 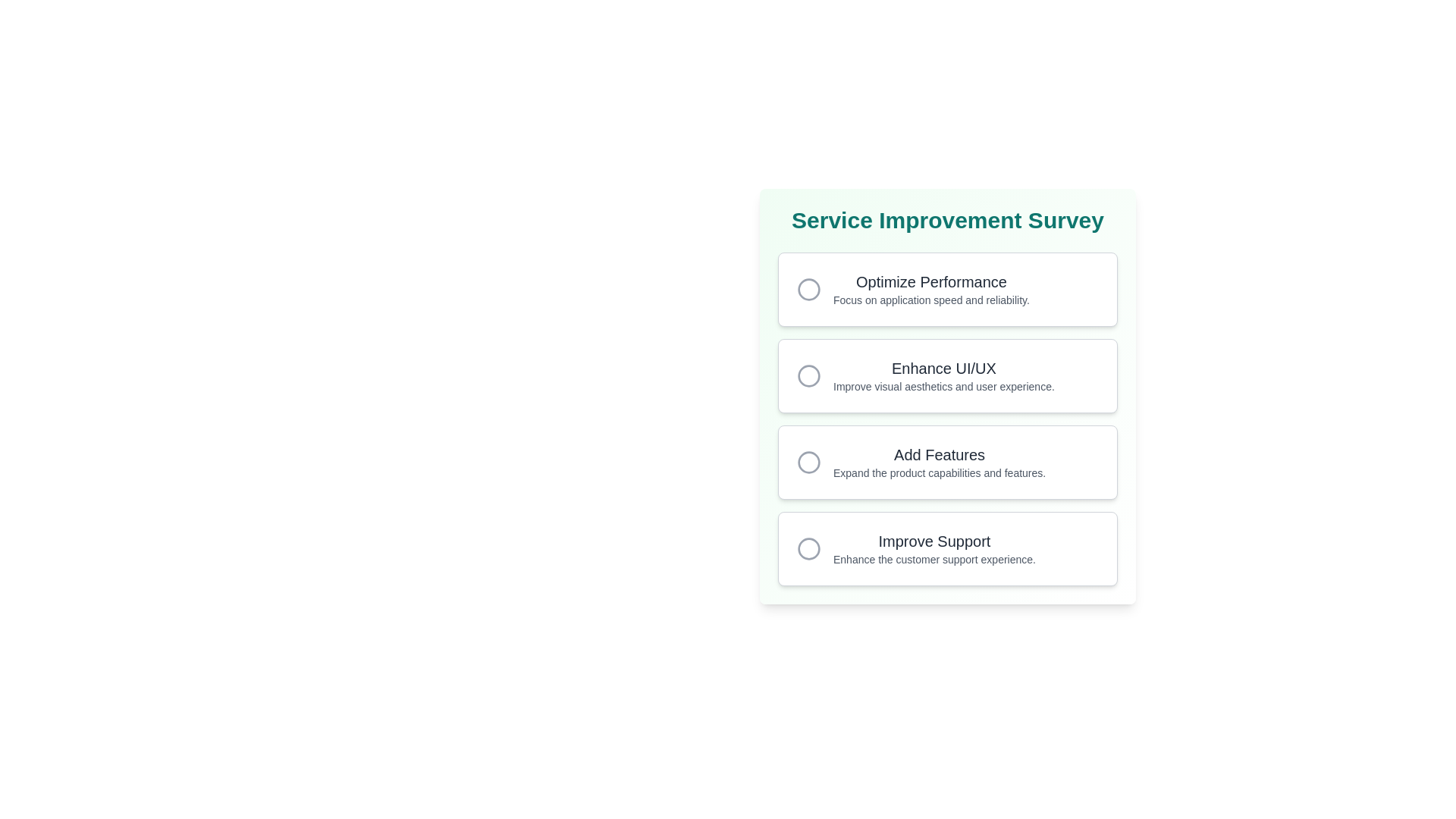 What do you see at coordinates (939, 454) in the screenshot?
I see `text label displaying 'Add Features' in bold, dark gray font, which is positioned above the description in the third section of the survey list` at bounding box center [939, 454].